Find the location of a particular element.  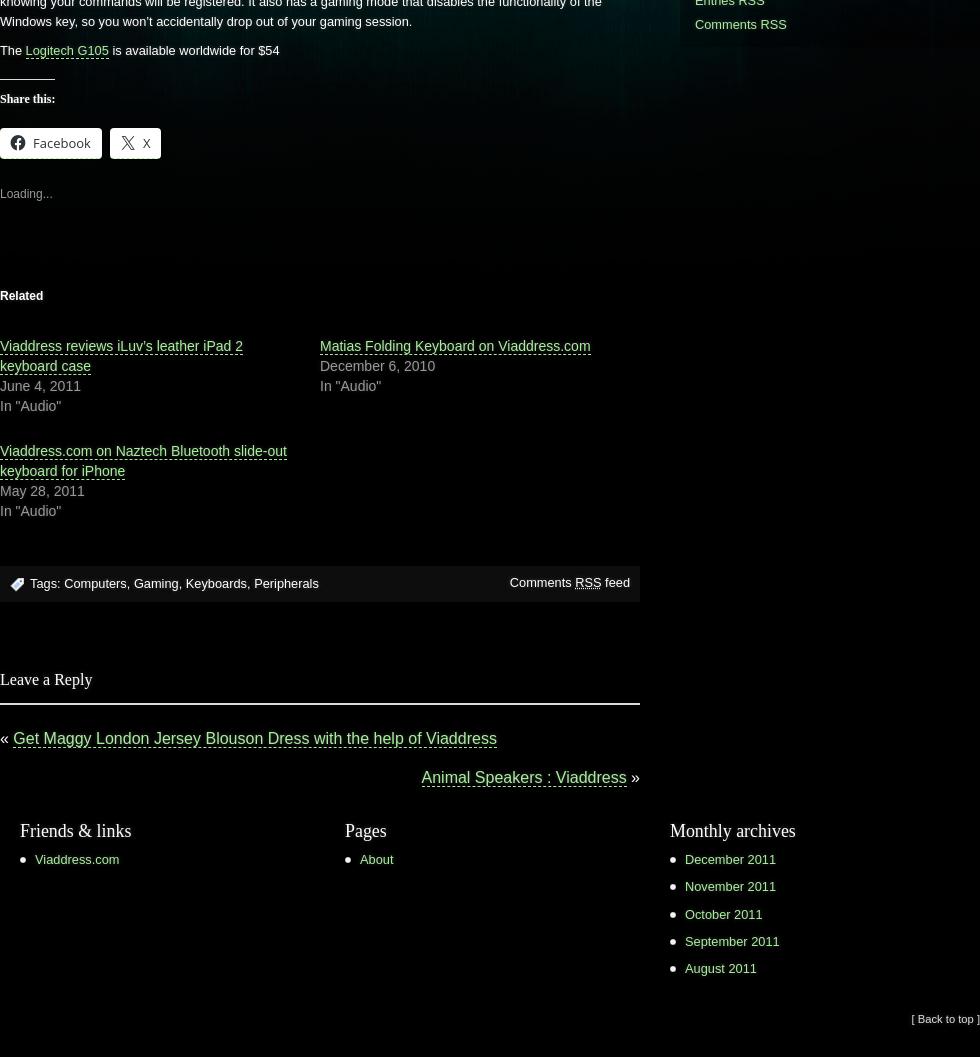

'About' is located at coordinates (376, 858).